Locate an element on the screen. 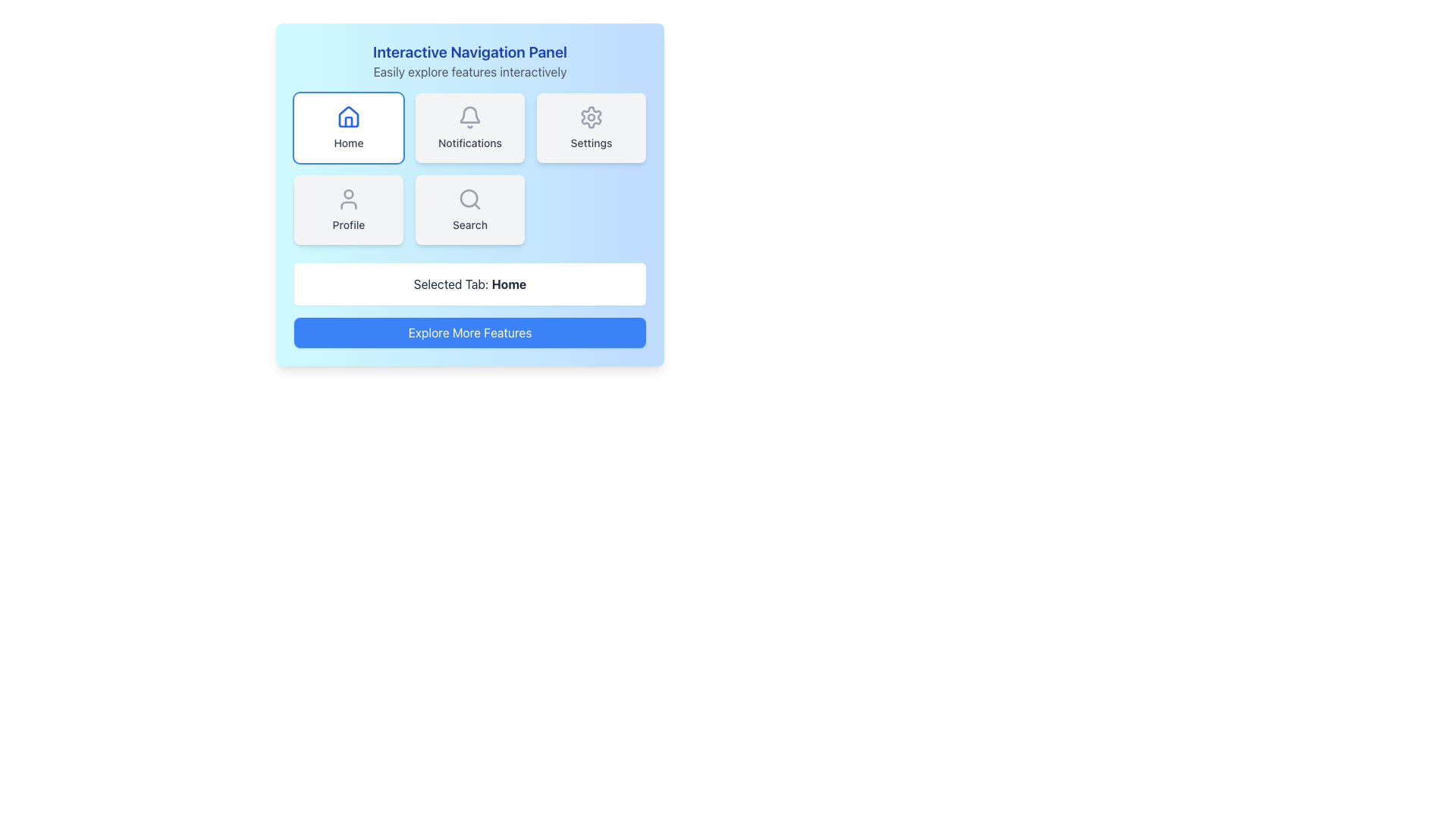 The width and height of the screenshot is (1456, 819). the navigation button located at the top-left corner of the grid layout is located at coordinates (348, 127).